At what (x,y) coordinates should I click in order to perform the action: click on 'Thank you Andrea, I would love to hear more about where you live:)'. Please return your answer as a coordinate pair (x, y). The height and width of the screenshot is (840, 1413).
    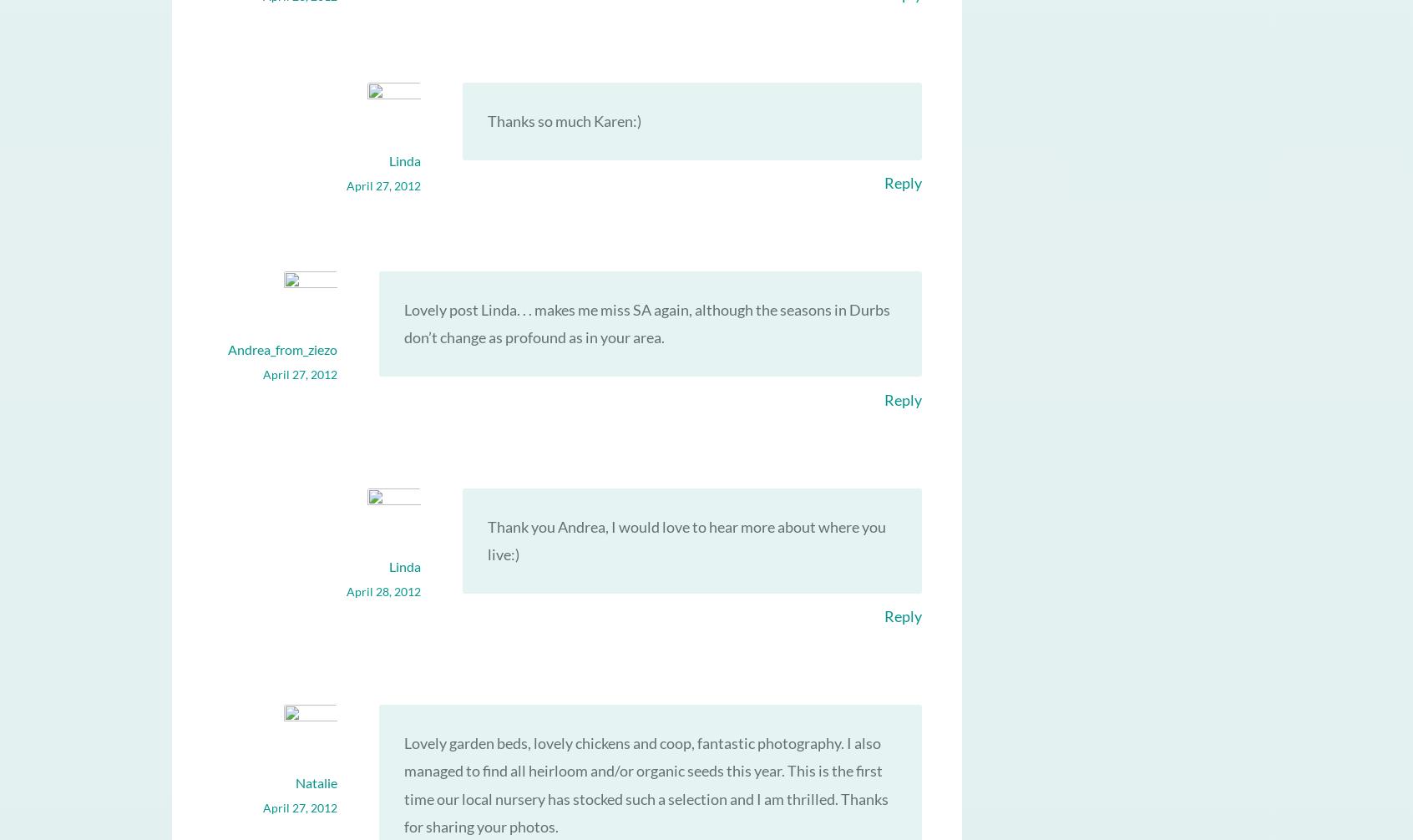
    Looking at the image, I should click on (686, 539).